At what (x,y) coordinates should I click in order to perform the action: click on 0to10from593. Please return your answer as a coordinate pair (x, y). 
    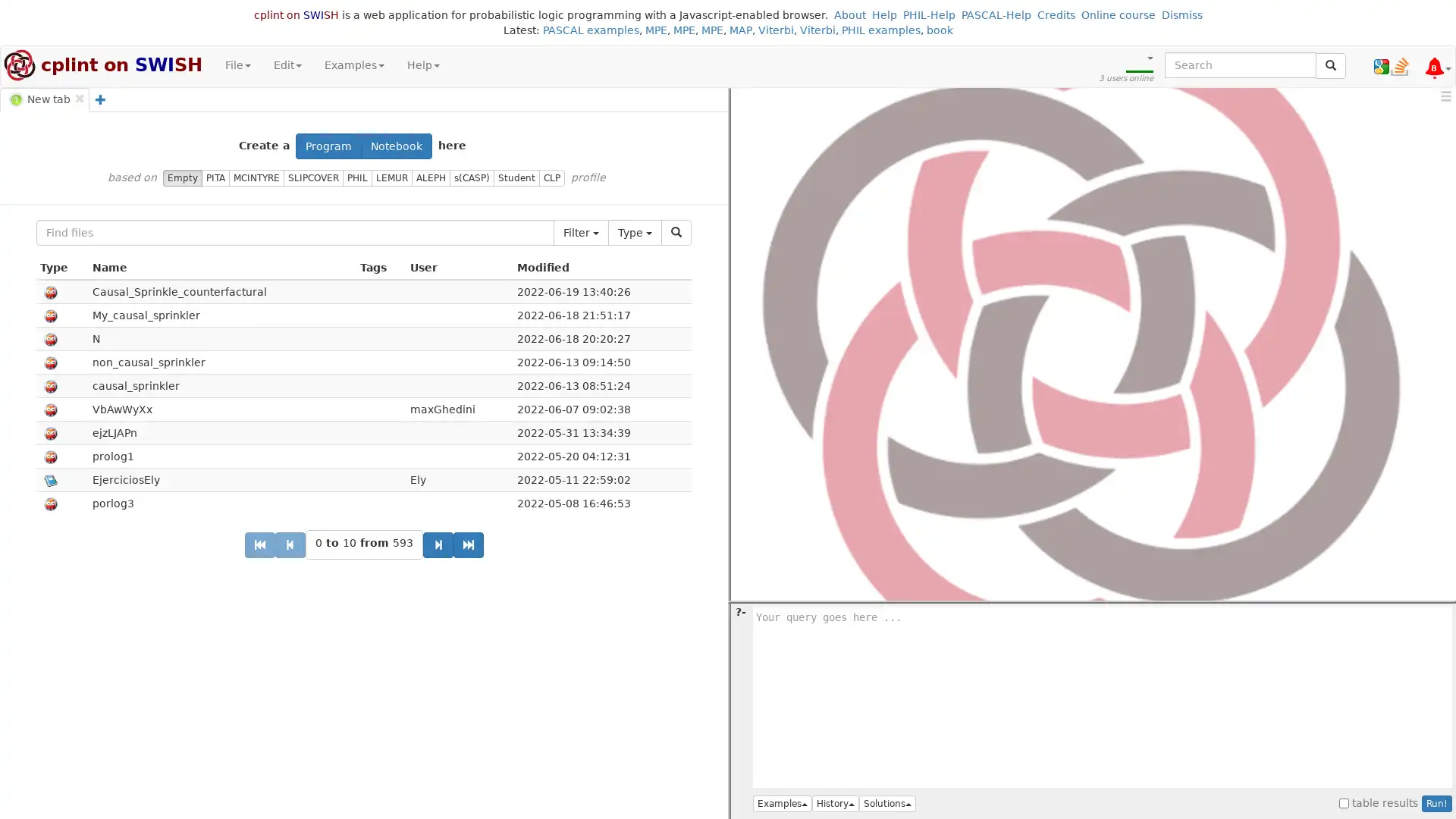
    Looking at the image, I should click on (362, 544).